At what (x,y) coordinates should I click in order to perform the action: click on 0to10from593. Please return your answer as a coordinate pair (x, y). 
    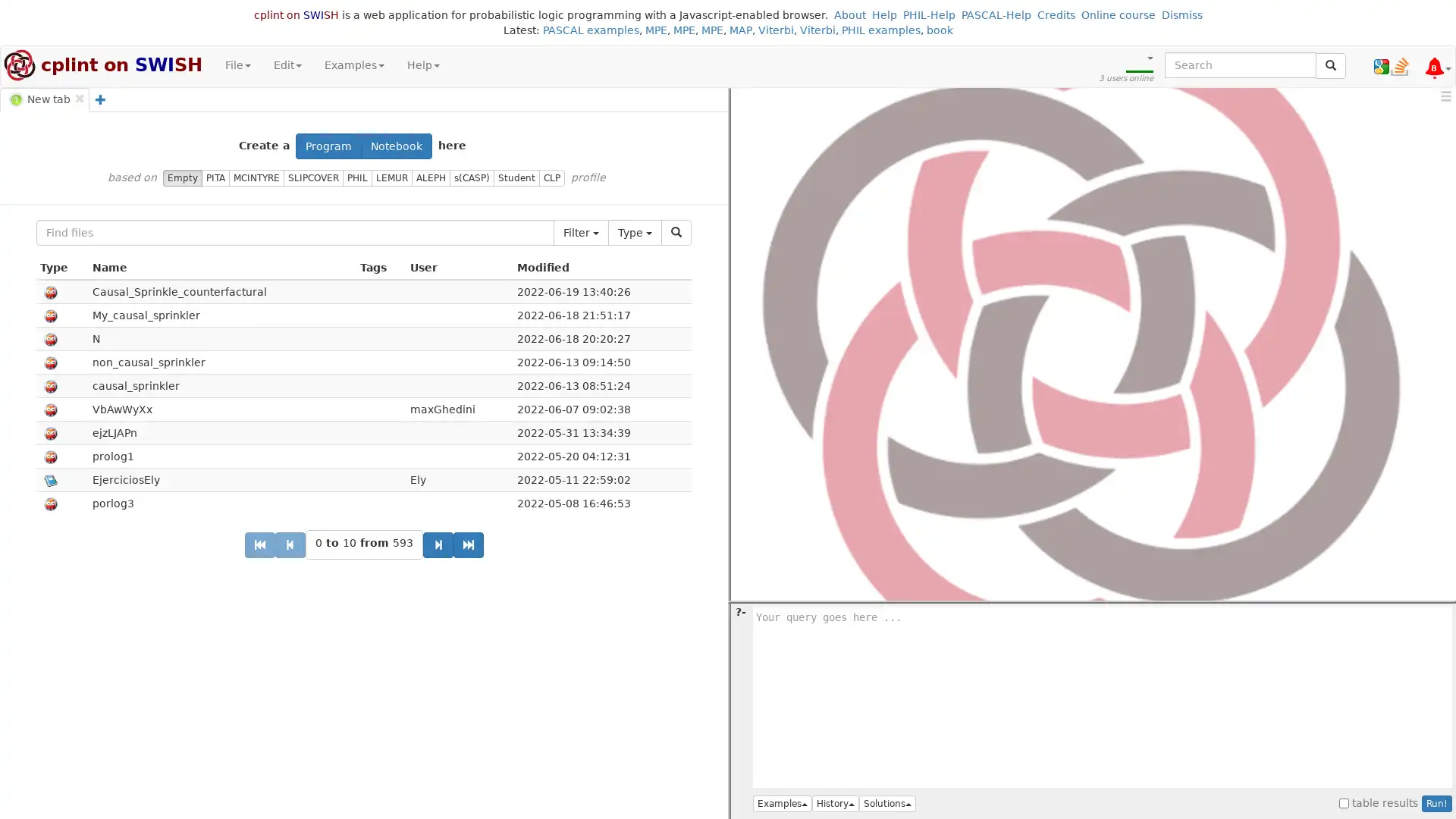
    Looking at the image, I should click on (362, 544).